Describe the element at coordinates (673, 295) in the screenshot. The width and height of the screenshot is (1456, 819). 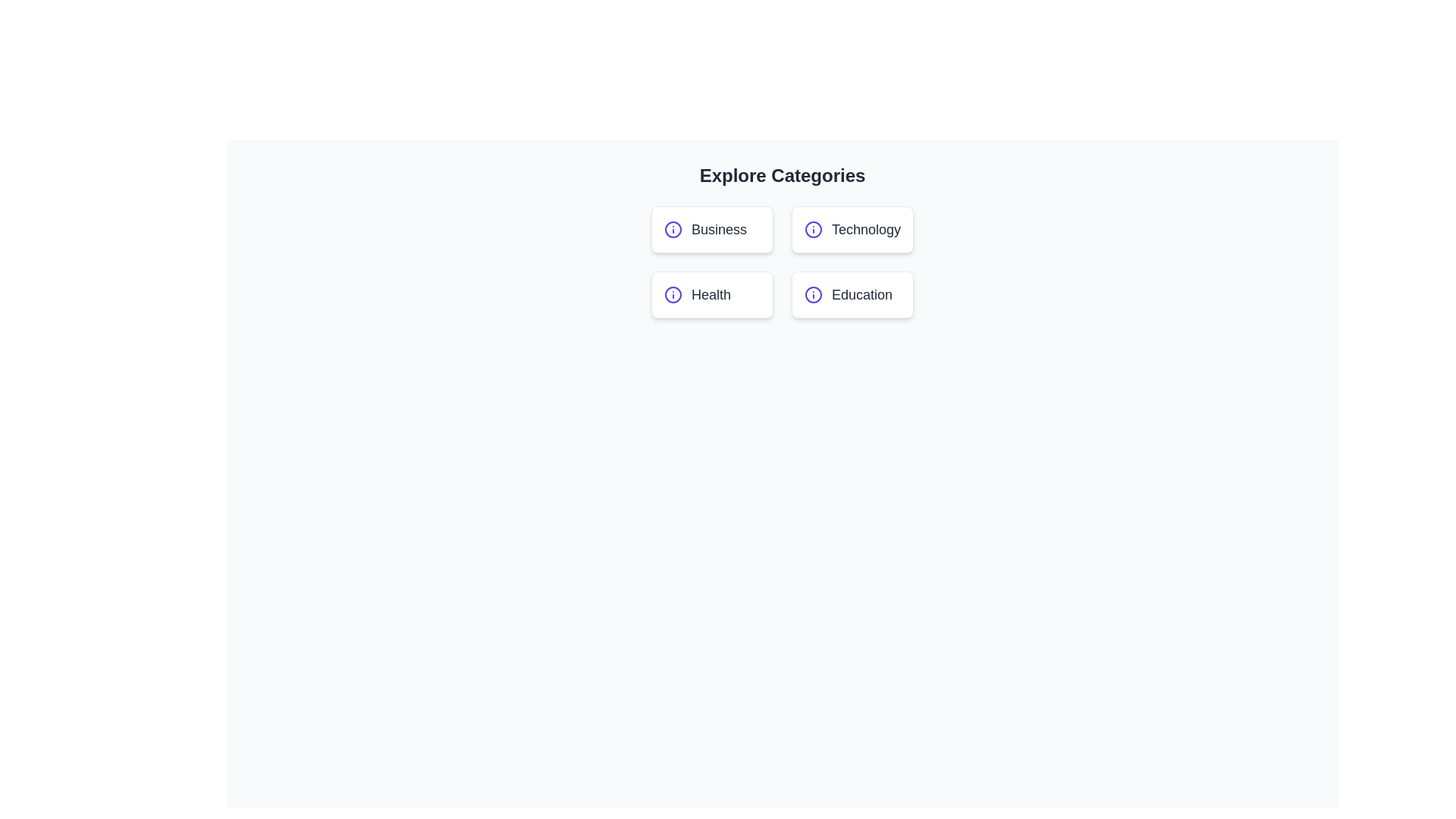
I see `the decorative circle in the 'Health' icon located in the second row, first column of the 'Explore Categories' grid` at that location.